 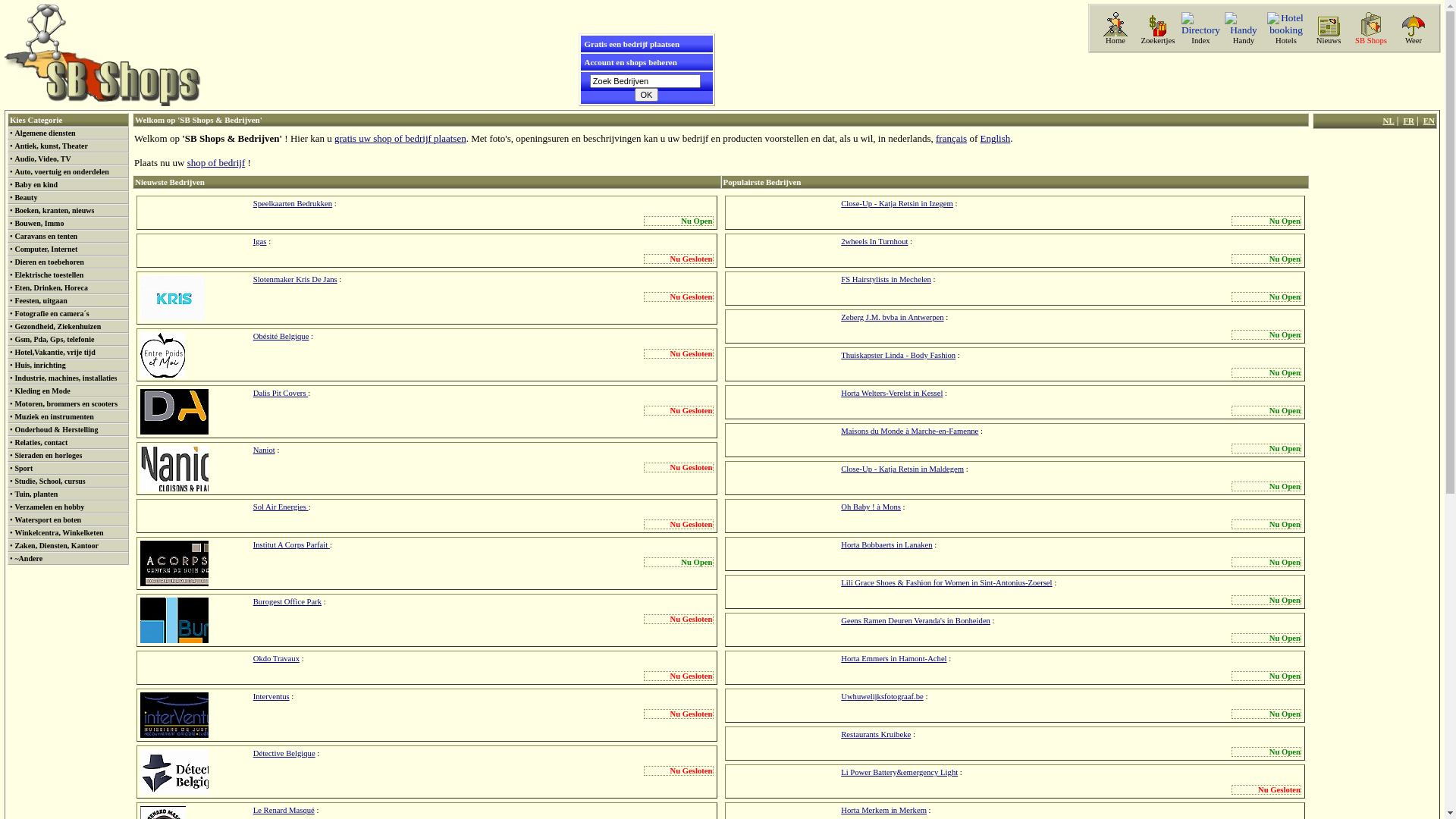 What do you see at coordinates (36, 184) in the screenshot?
I see `'Baby en kind'` at bounding box center [36, 184].